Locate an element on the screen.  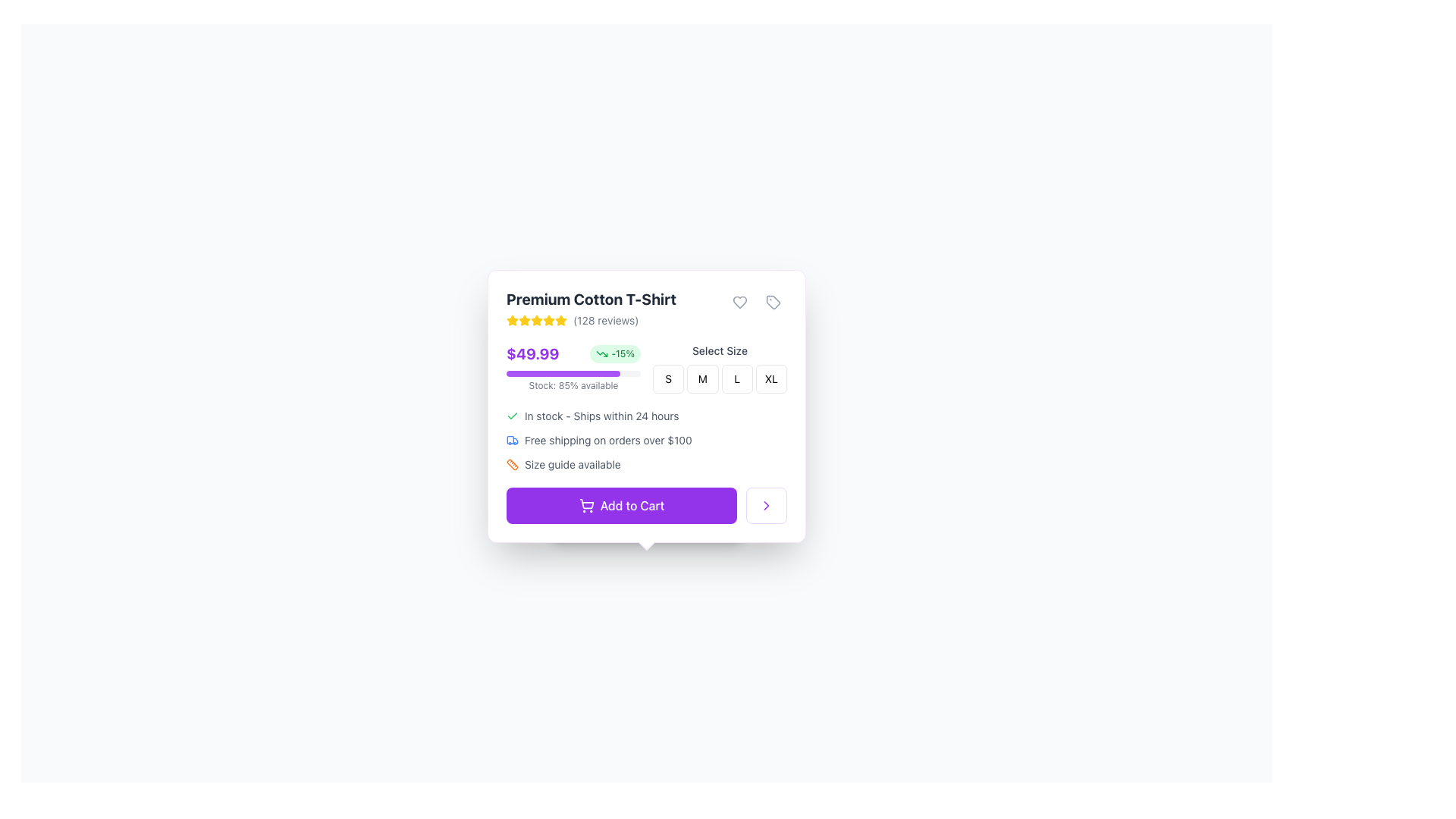
the rectangular badge with a light green background featuring a downward trending arrow icon and the text '-15%' in bold green font, located near the top-right corner of a card layout is located at coordinates (615, 353).